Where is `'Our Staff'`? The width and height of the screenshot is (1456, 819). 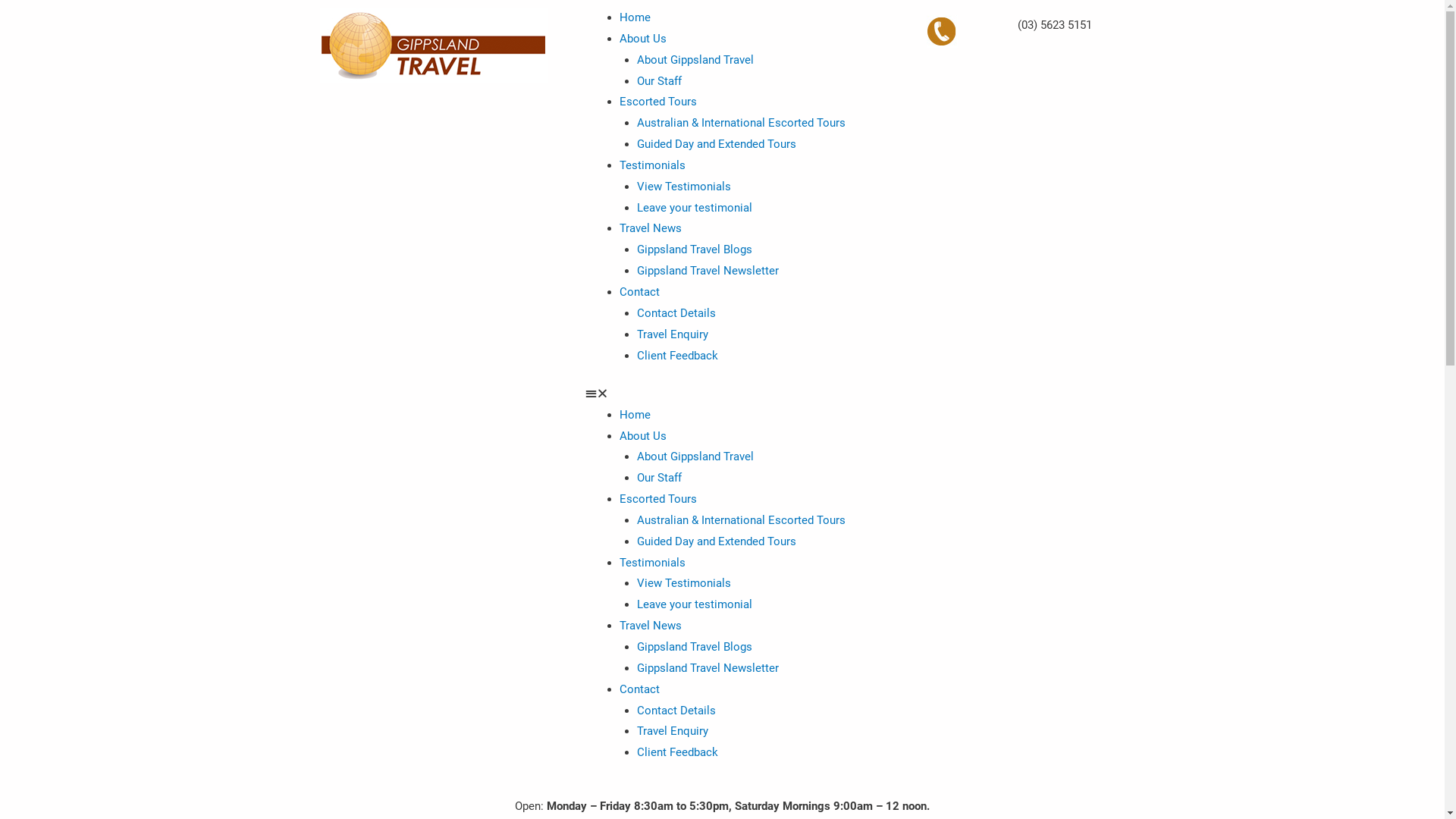
'Our Staff' is located at coordinates (659, 476).